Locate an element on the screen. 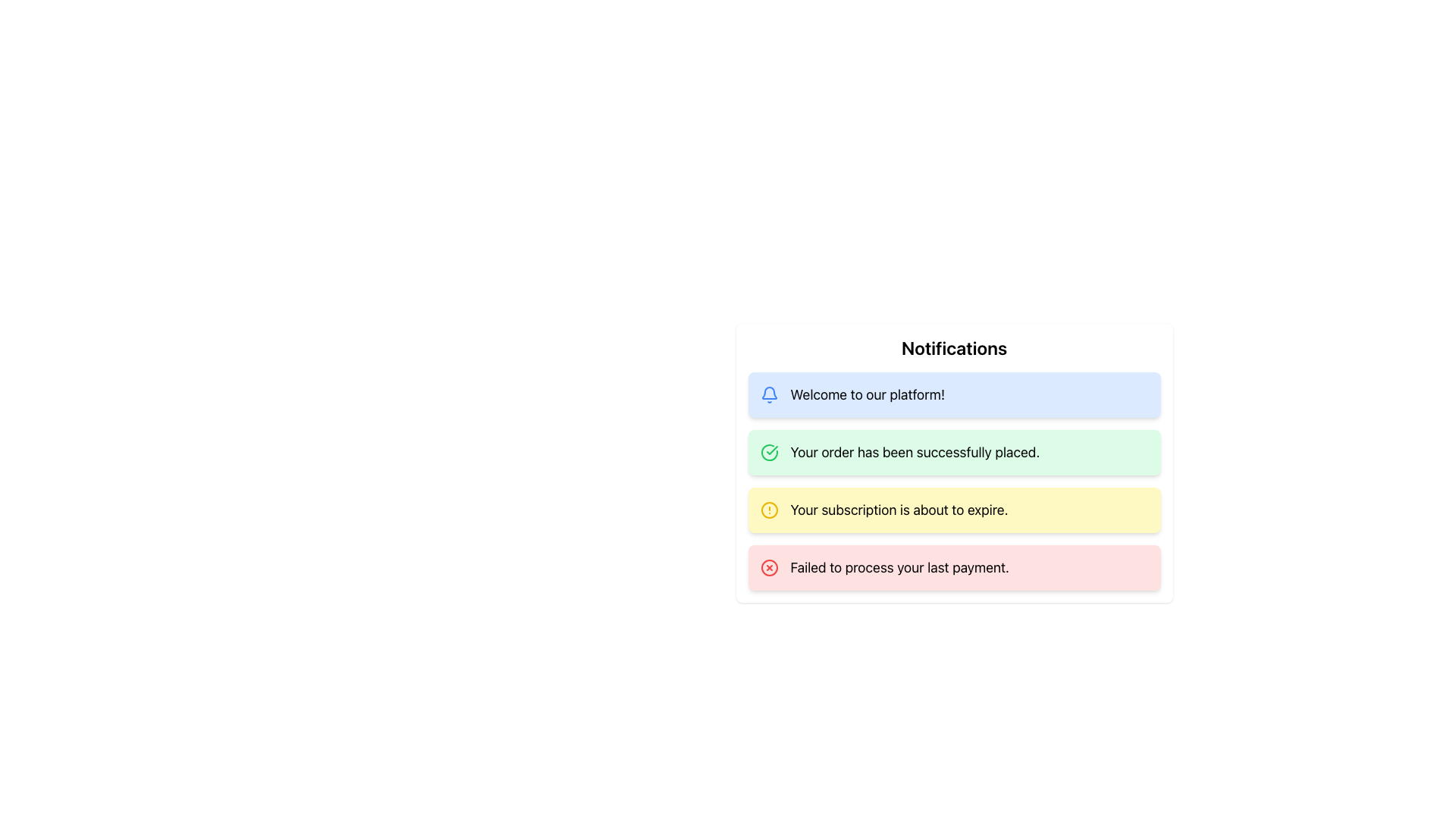  the 'Notifications' text label, which serves as a heading for the section informing users about the content below is located at coordinates (953, 348).